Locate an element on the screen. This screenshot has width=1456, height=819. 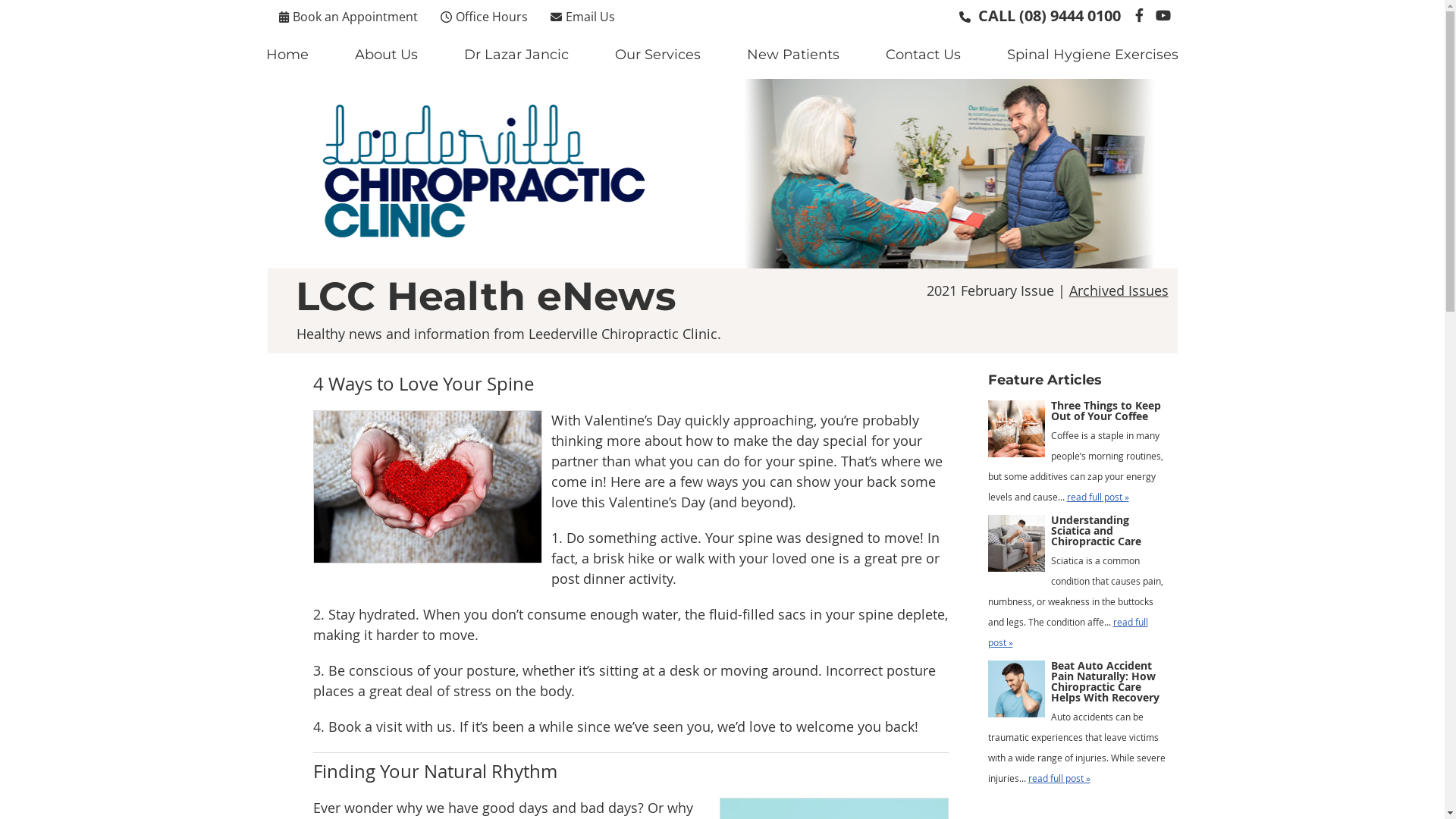
'youtube social button' is located at coordinates (1160, 14).